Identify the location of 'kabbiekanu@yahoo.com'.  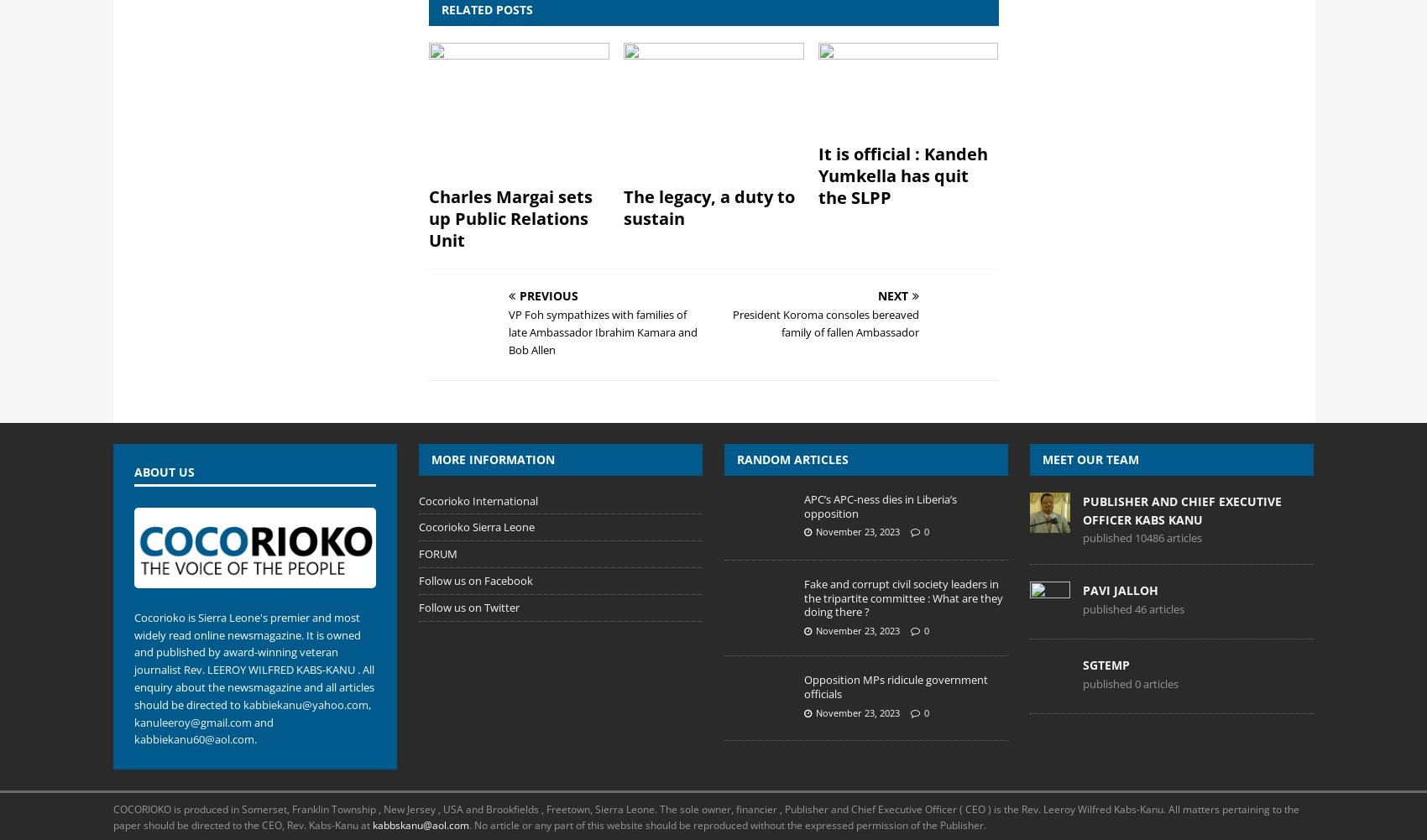
(304, 703).